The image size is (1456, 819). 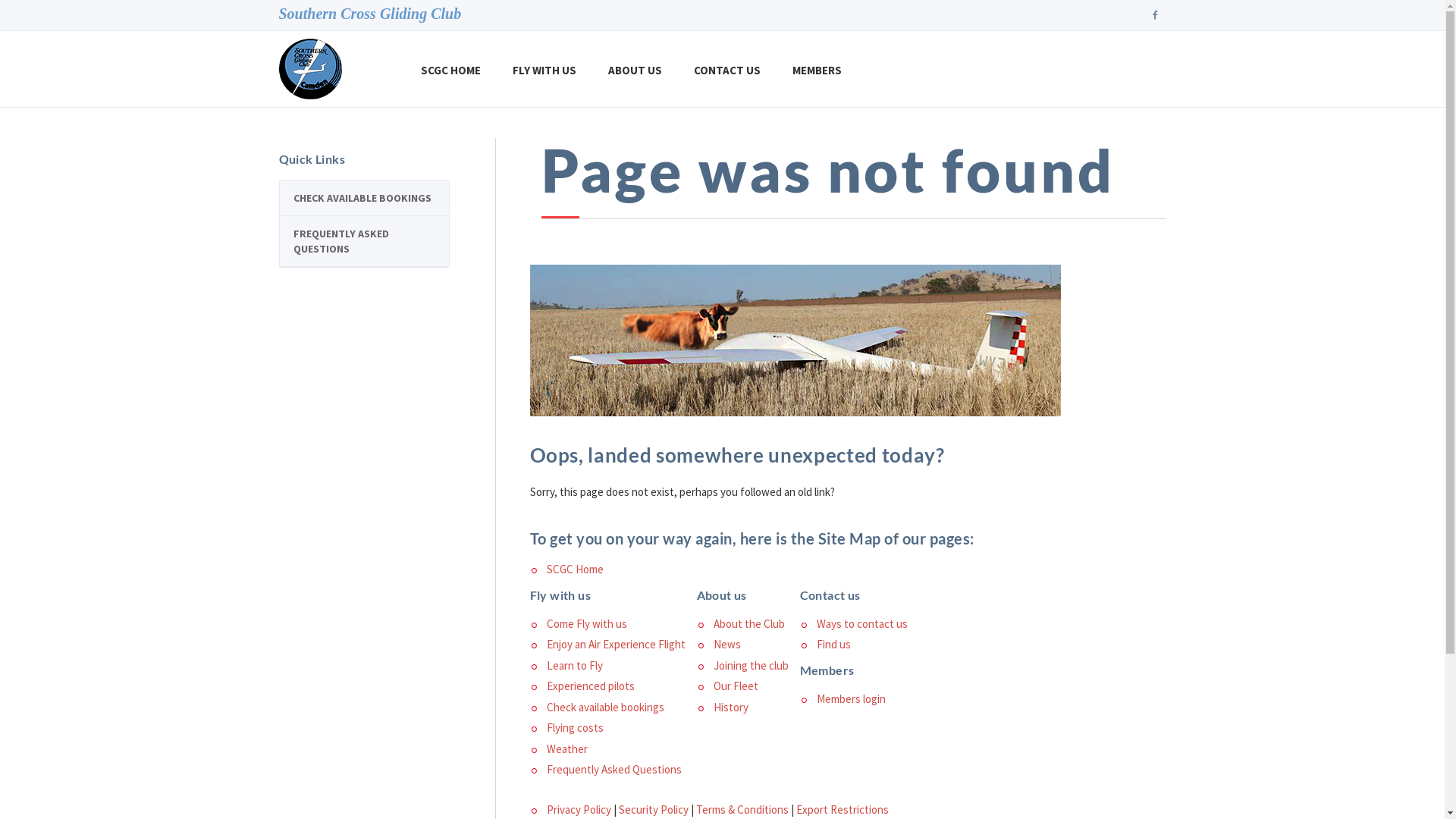 What do you see at coordinates (726, 644) in the screenshot?
I see `'News'` at bounding box center [726, 644].